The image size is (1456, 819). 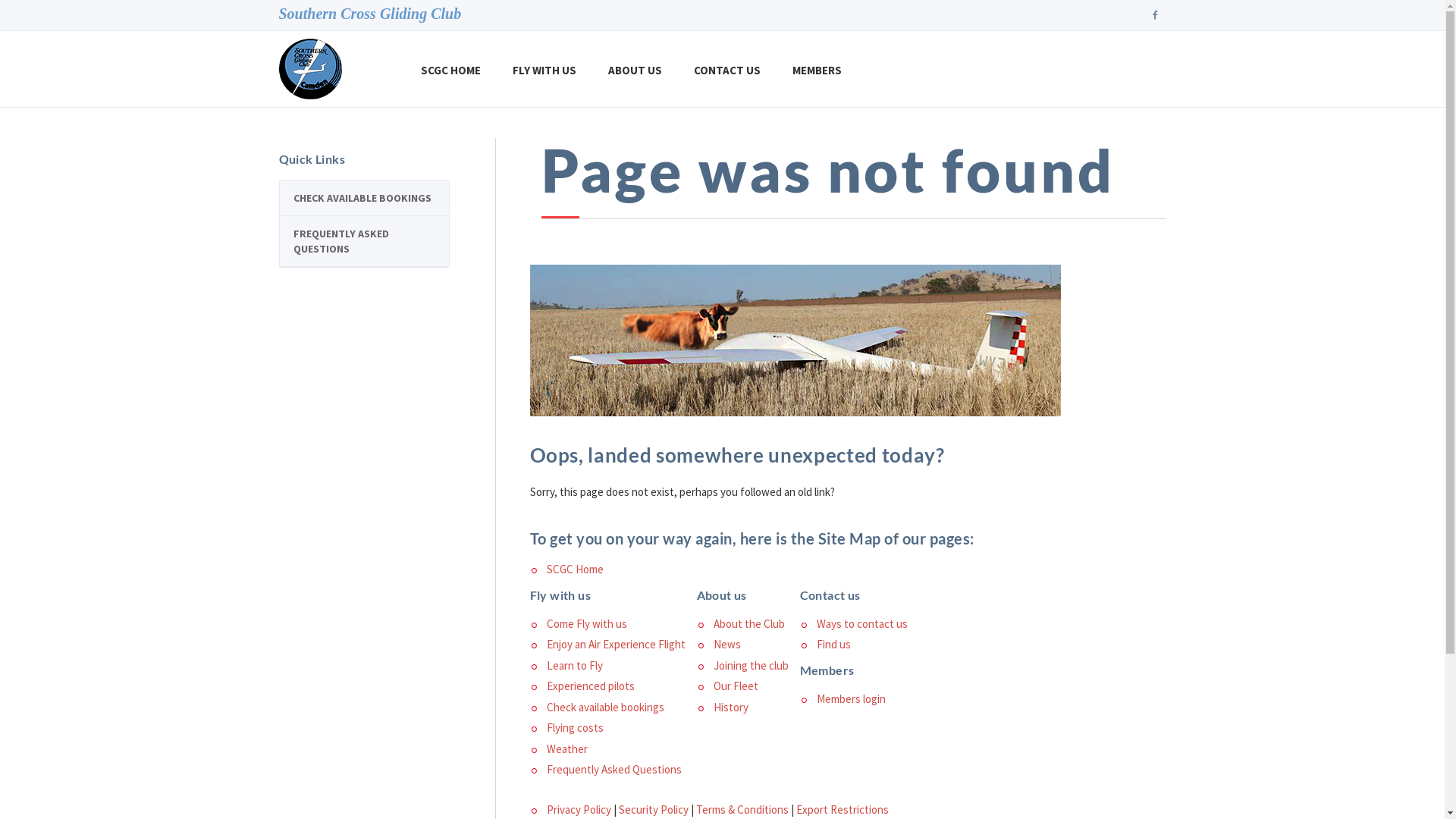 What do you see at coordinates (726, 644) in the screenshot?
I see `'News'` at bounding box center [726, 644].